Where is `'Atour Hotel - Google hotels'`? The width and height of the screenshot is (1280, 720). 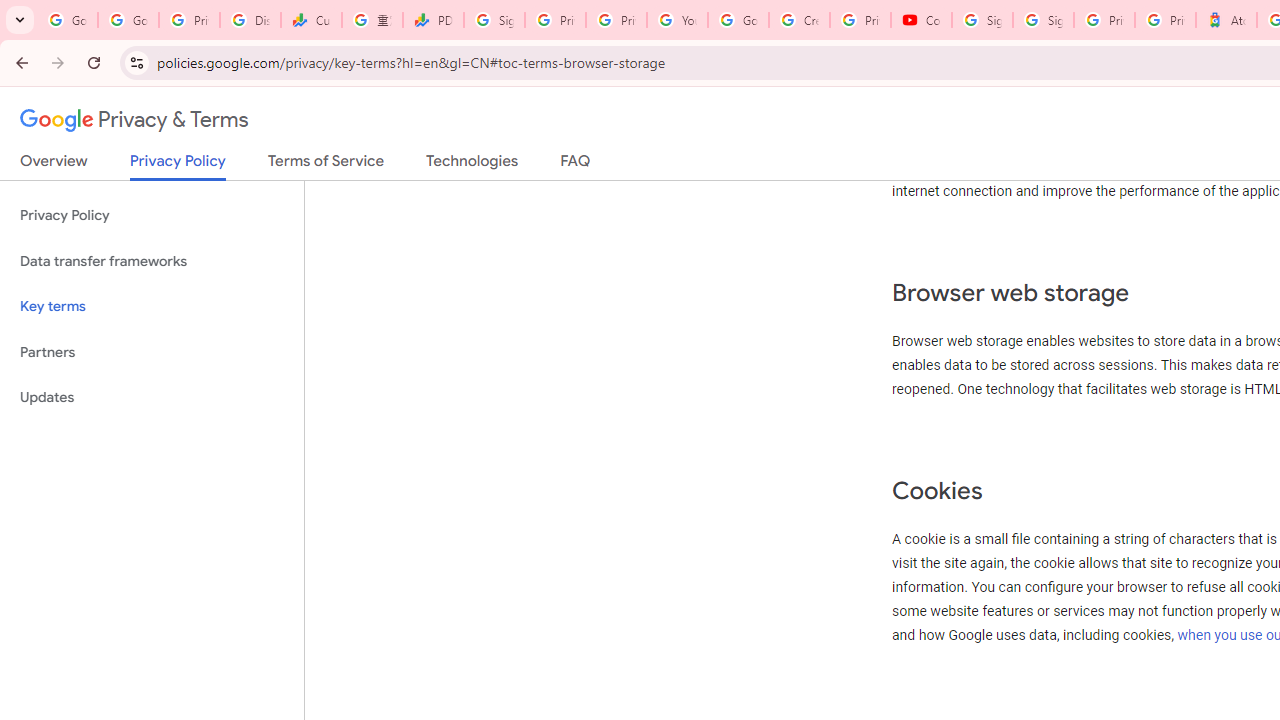 'Atour Hotel - Google hotels' is located at coordinates (1225, 20).